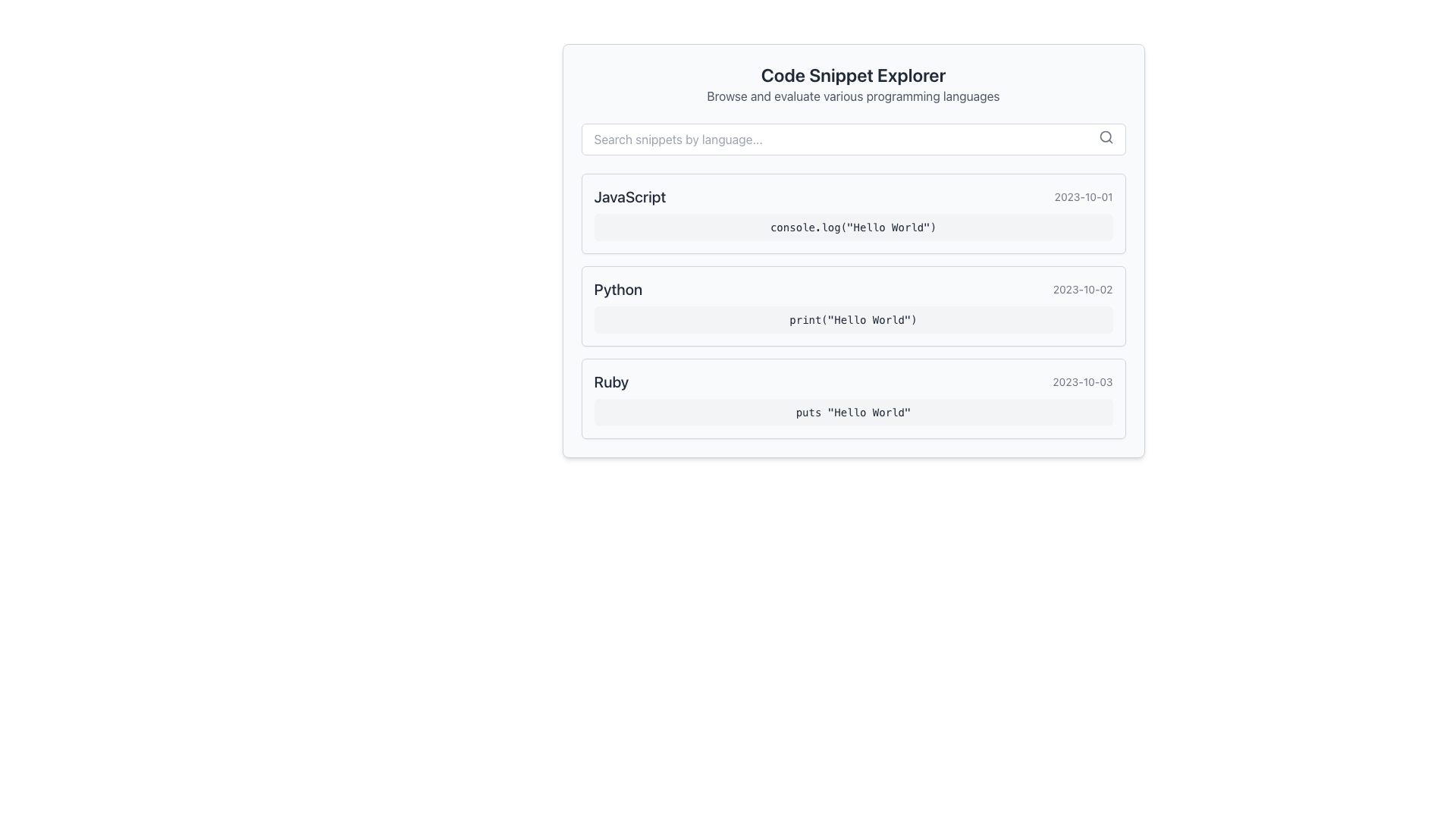 The image size is (1456, 819). Describe the element at coordinates (1083, 196) in the screenshot. I see `the date label positioned in the topmost language snippet block, aligned to the right of the 'JavaScript' label` at that location.